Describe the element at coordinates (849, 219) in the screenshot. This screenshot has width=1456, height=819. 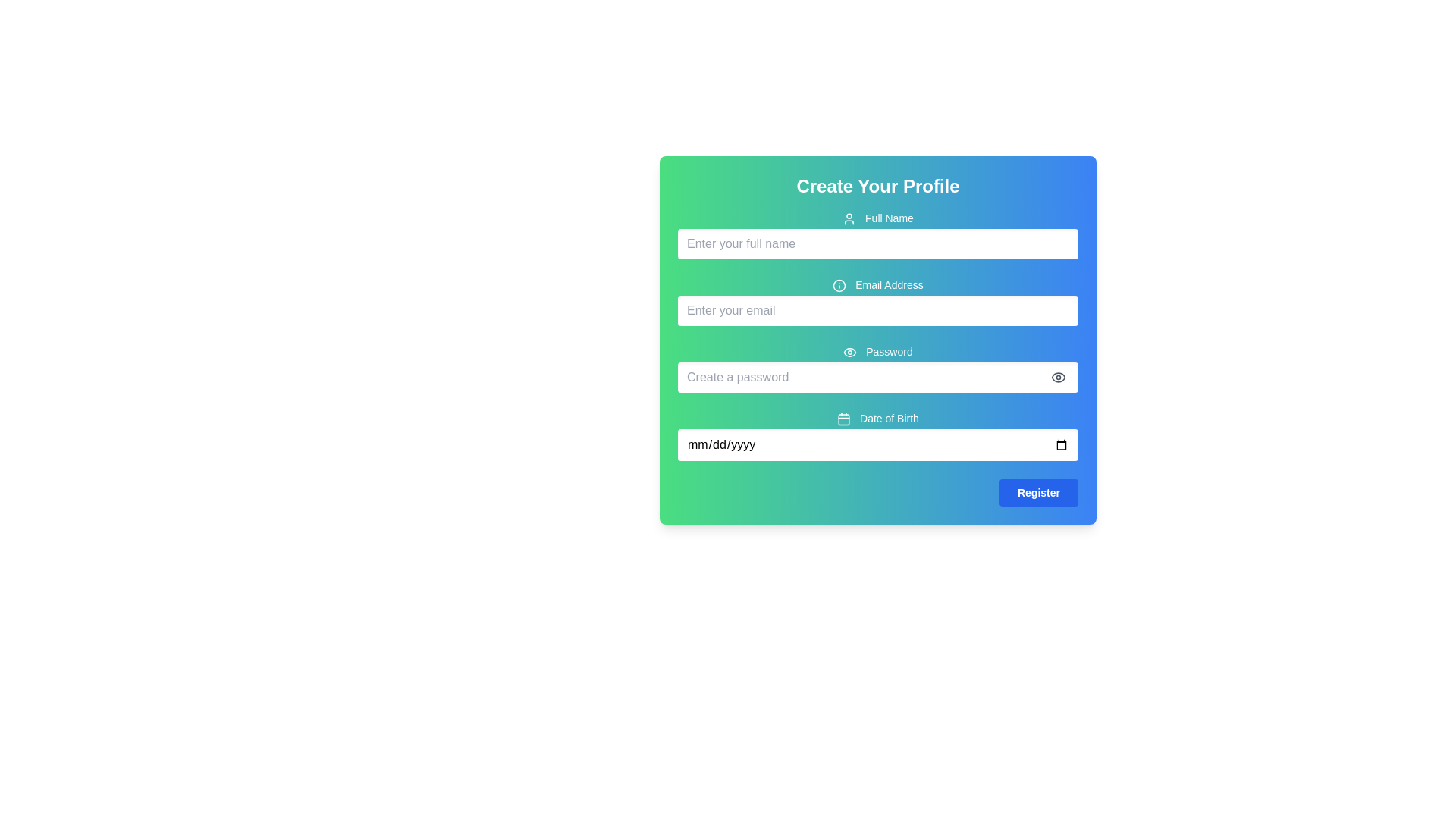
I see `the user profile icon located to the left of the 'Full Name' label at the top-left of the form area` at that location.